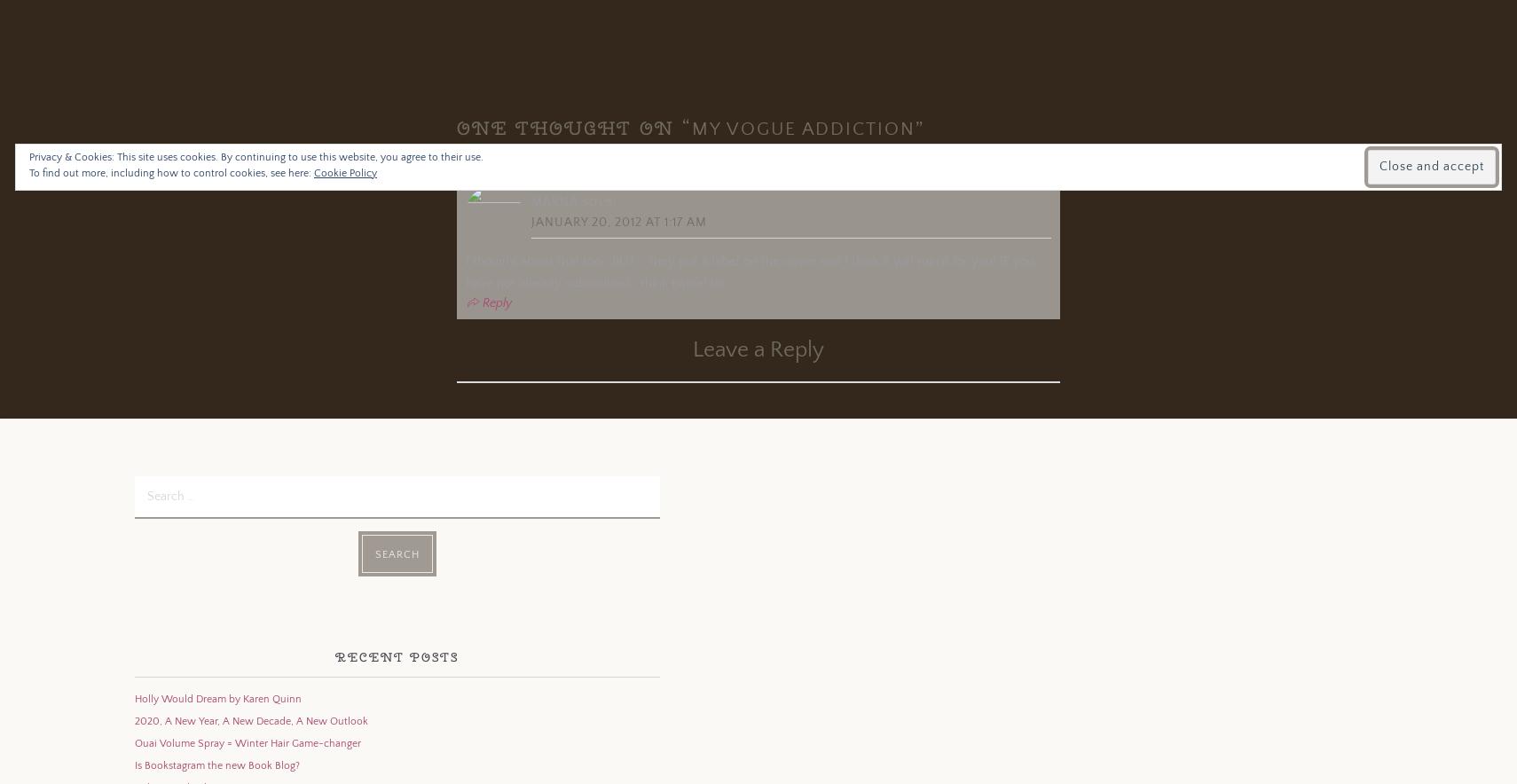 This screenshot has height=784, width=1517. I want to click on 'I thought about that too.. BUT…. they put a label on the cover and I think it will ruin it for you! IF you have not already subscribed.. think twice! lol', so click(750, 271).